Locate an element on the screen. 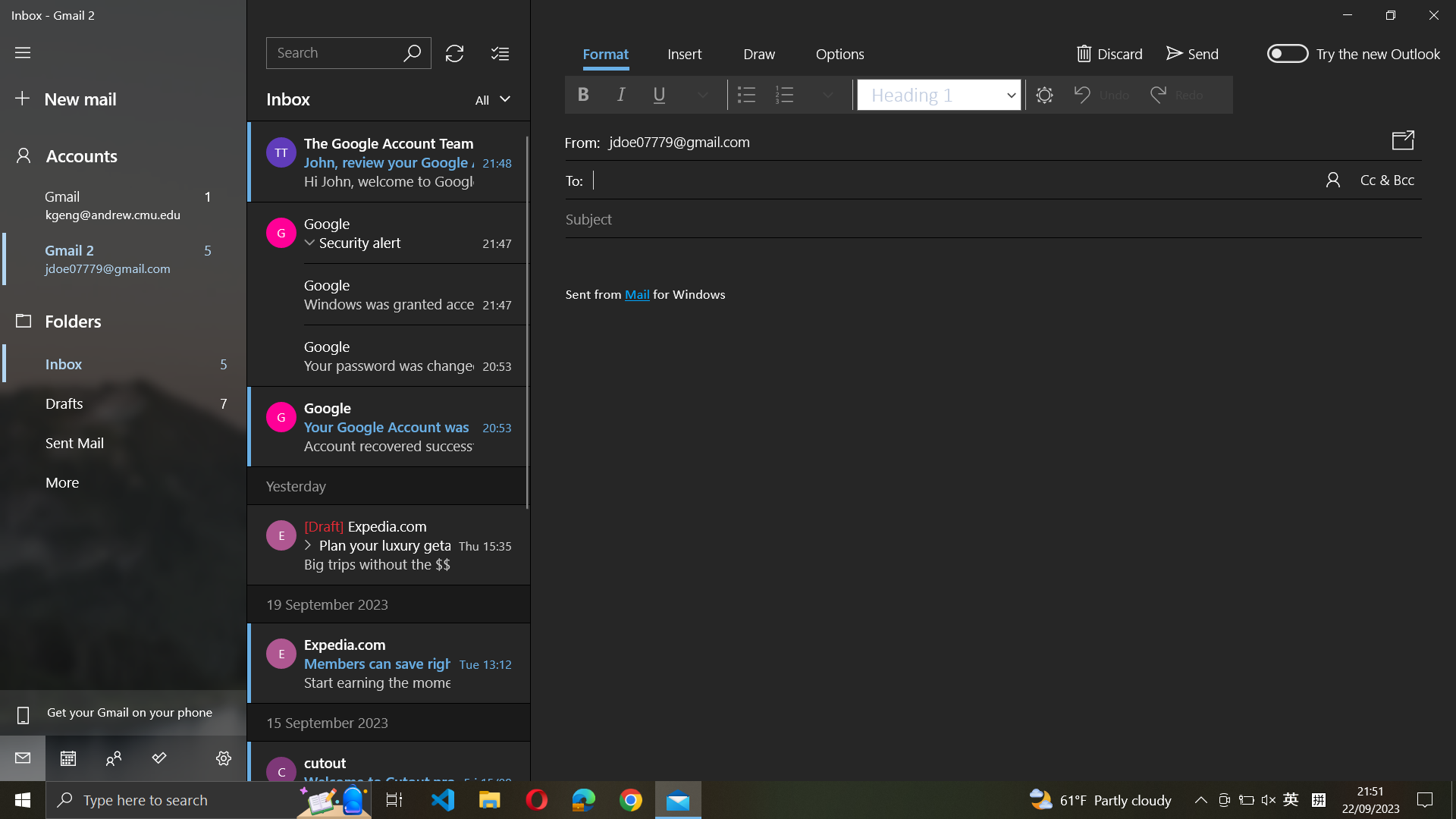  the font style to bold is located at coordinates (582, 93).